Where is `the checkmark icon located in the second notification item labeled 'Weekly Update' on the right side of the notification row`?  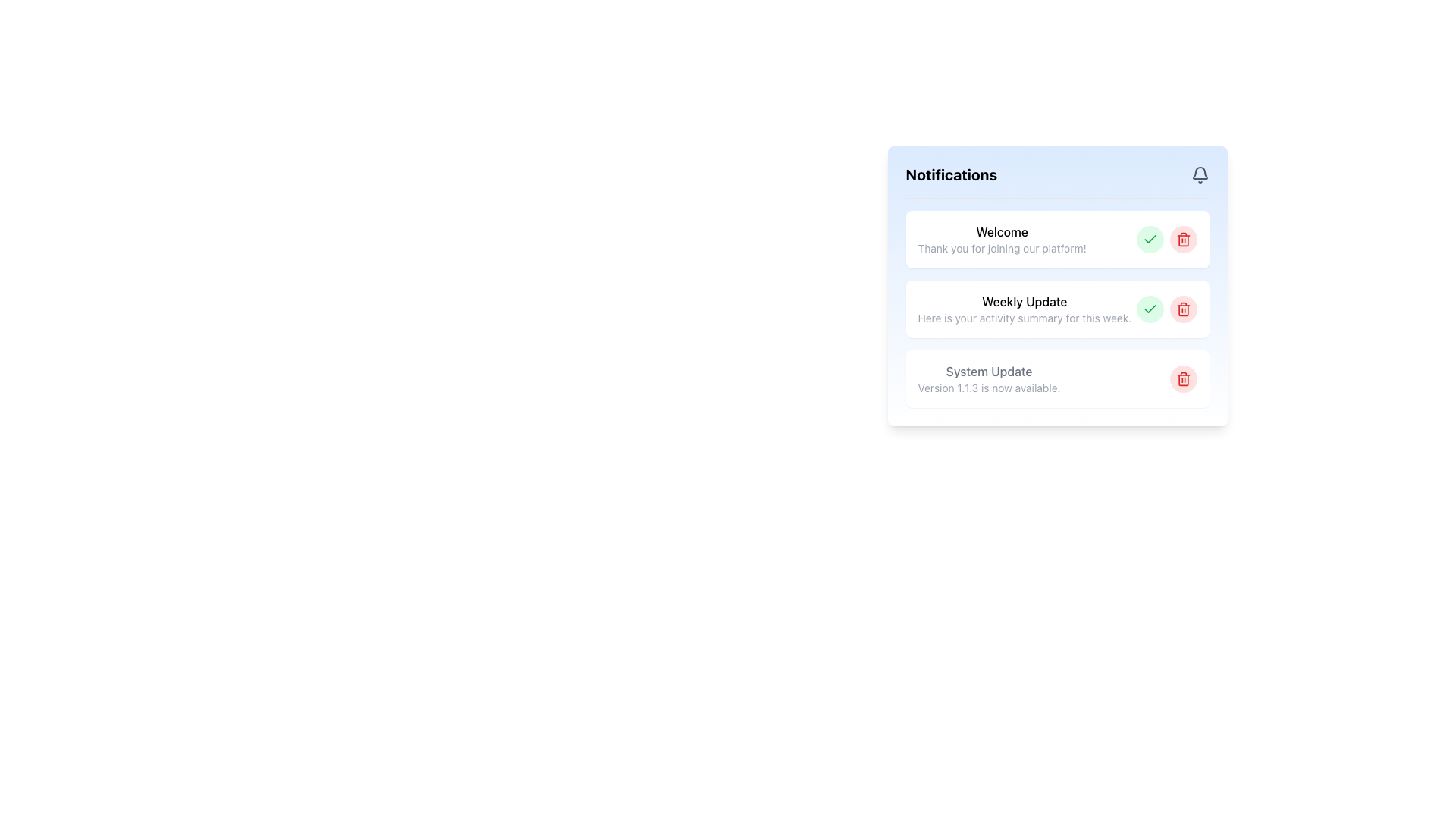
the checkmark icon located in the second notification item labeled 'Weekly Update' on the right side of the notification row is located at coordinates (1150, 309).